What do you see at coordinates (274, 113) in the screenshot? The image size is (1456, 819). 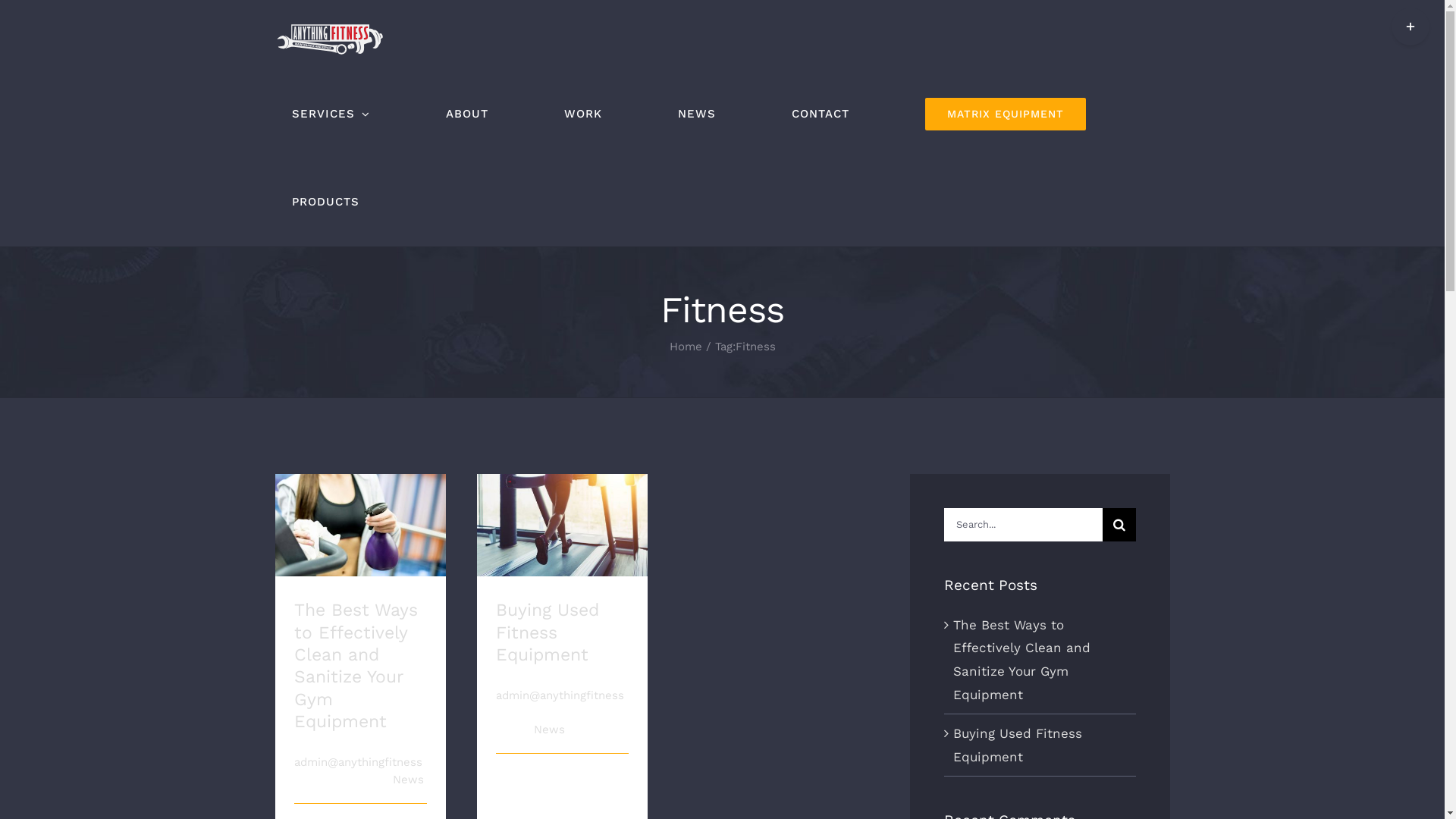 I see `'SERVICES'` at bounding box center [274, 113].